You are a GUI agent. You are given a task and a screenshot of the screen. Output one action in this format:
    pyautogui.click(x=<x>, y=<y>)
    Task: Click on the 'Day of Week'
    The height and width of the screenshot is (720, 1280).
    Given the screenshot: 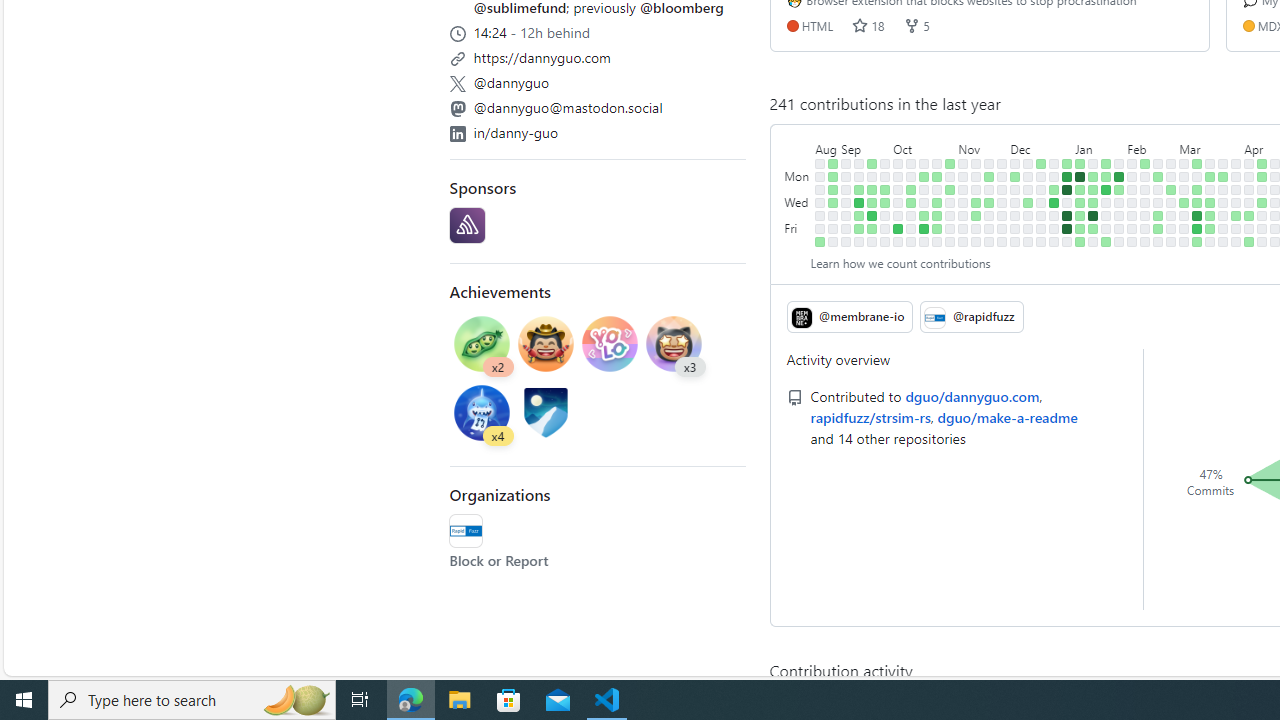 What is the action you would take?
    pyautogui.click(x=797, y=144)
    